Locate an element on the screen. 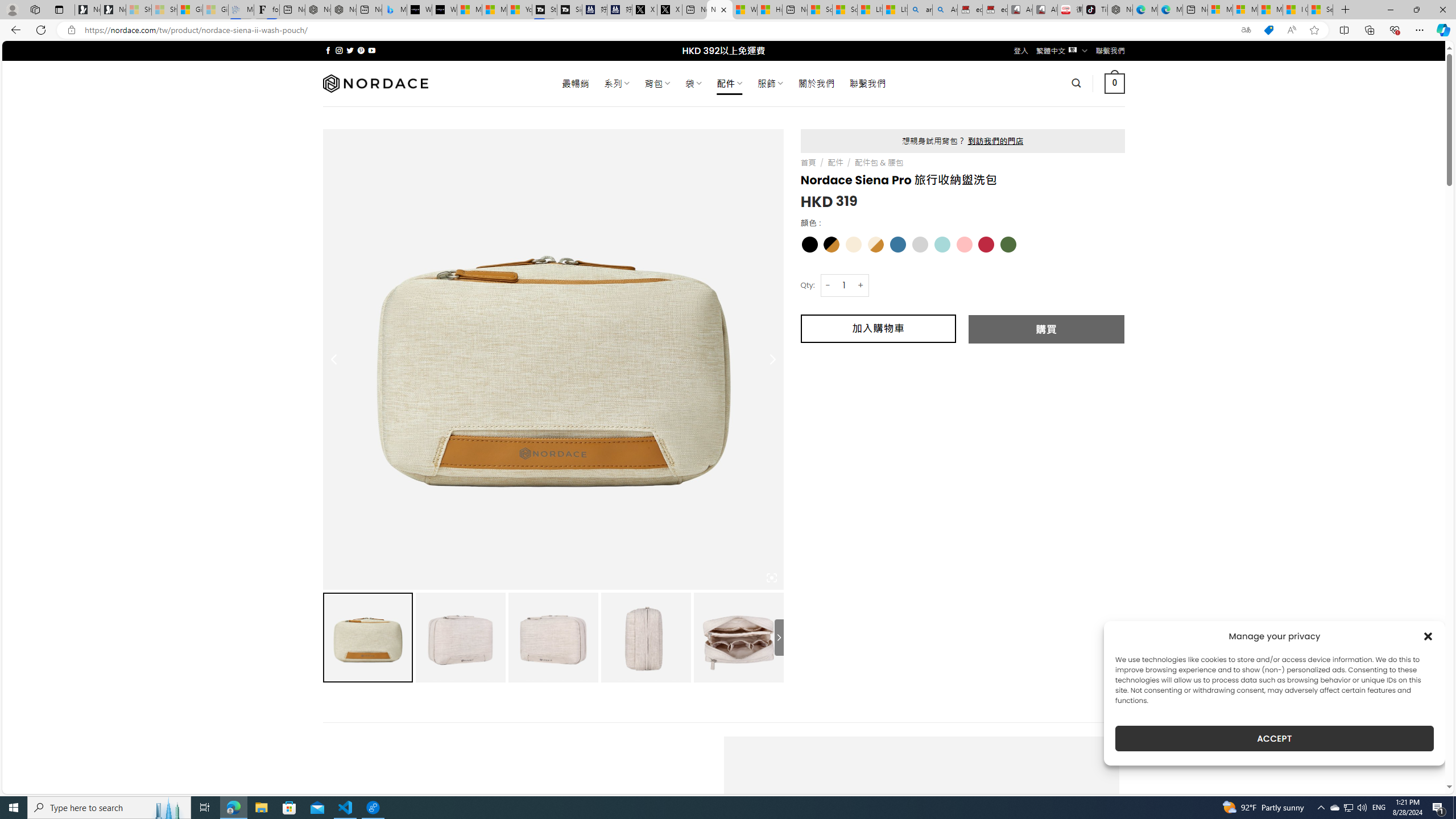  'Class: iconic-woothumbs-fullscreen' is located at coordinates (771, 577).